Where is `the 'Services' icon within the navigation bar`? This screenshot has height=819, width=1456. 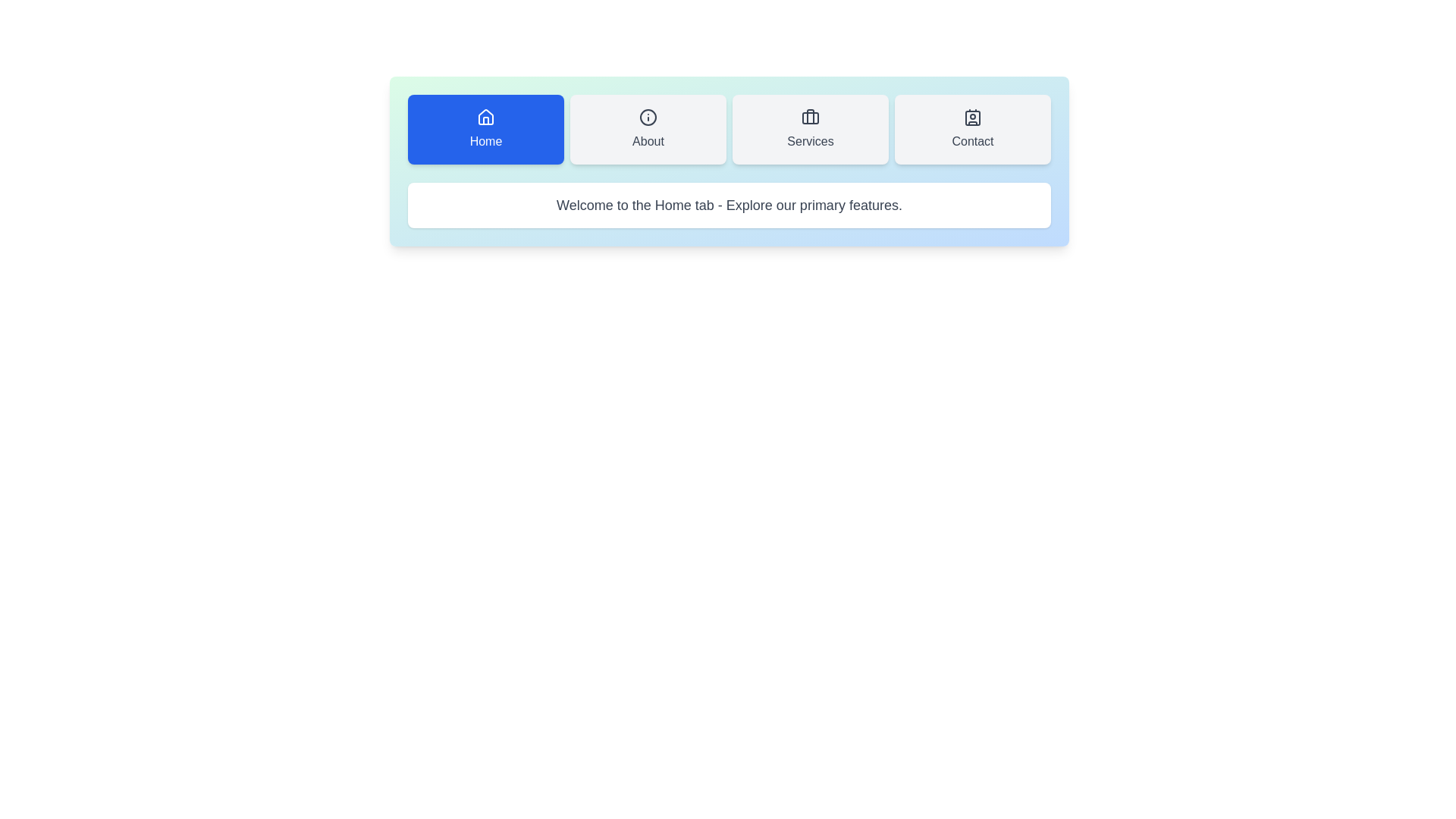 the 'Services' icon within the navigation bar is located at coordinates (810, 116).